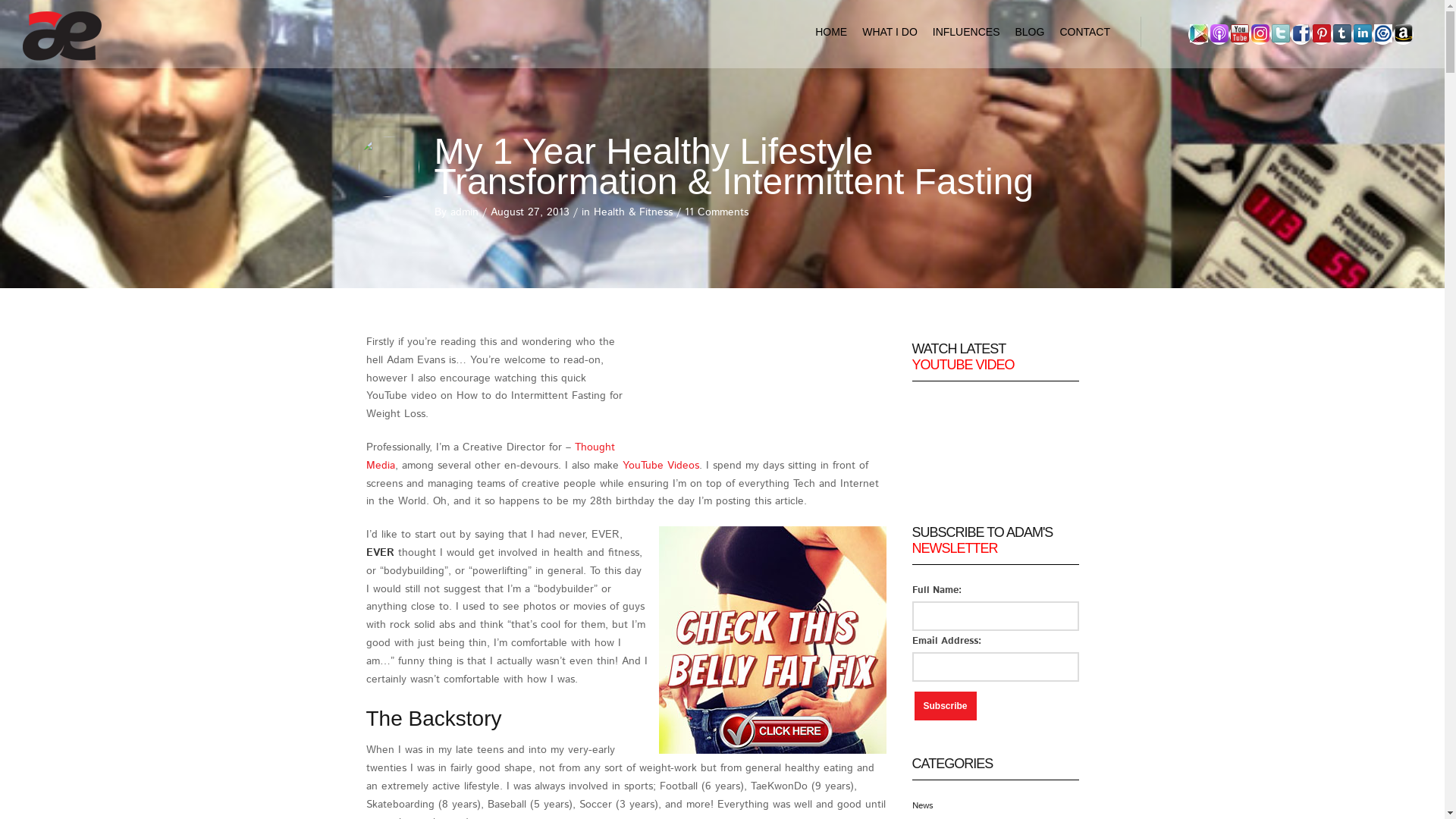 The image size is (1456, 819). Describe the element at coordinates (679, 464) in the screenshot. I see `' Videos'` at that location.